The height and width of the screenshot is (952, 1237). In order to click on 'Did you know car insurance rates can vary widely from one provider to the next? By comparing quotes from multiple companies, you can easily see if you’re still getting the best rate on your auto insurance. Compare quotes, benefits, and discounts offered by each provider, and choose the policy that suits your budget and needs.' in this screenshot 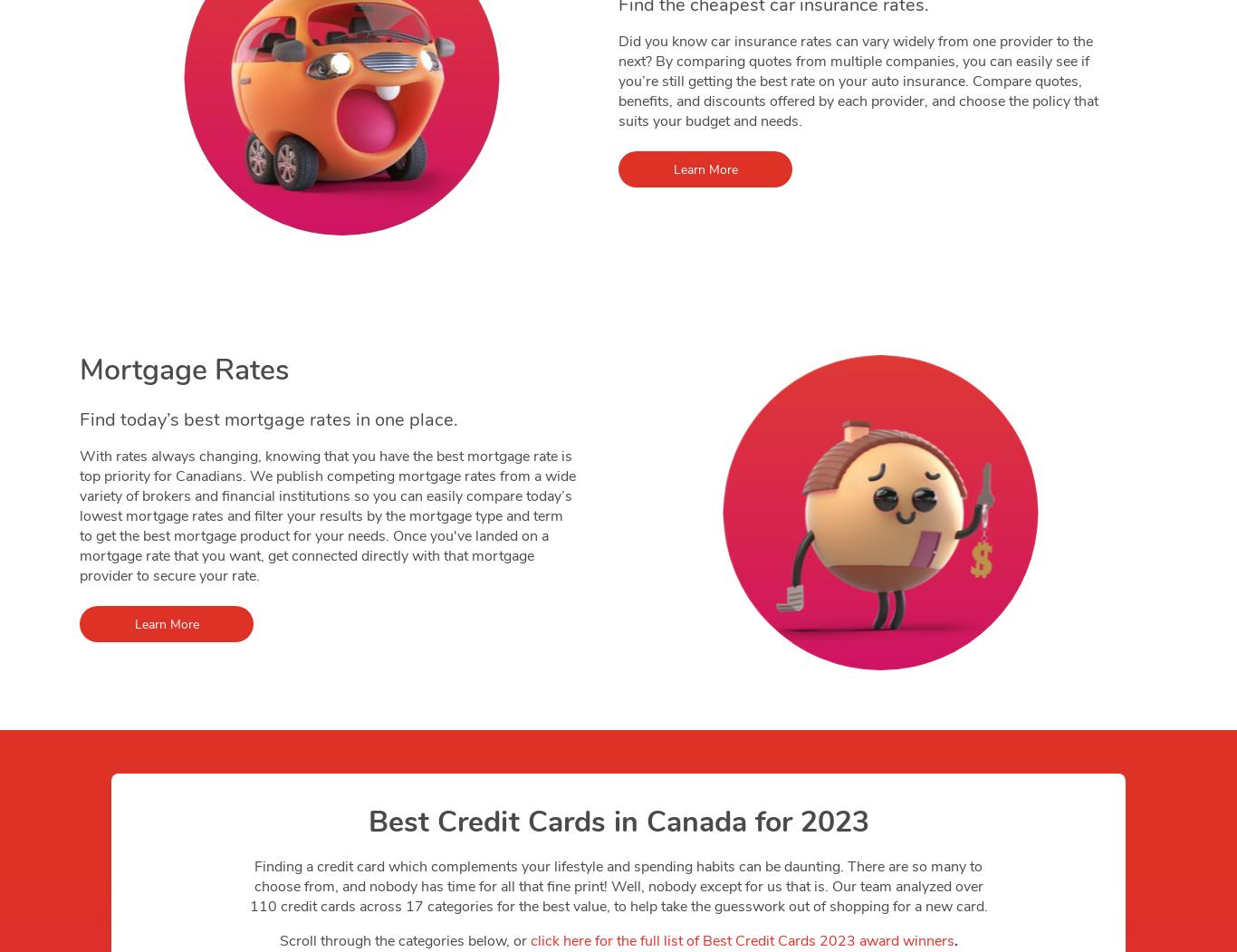, I will do `click(858, 81)`.